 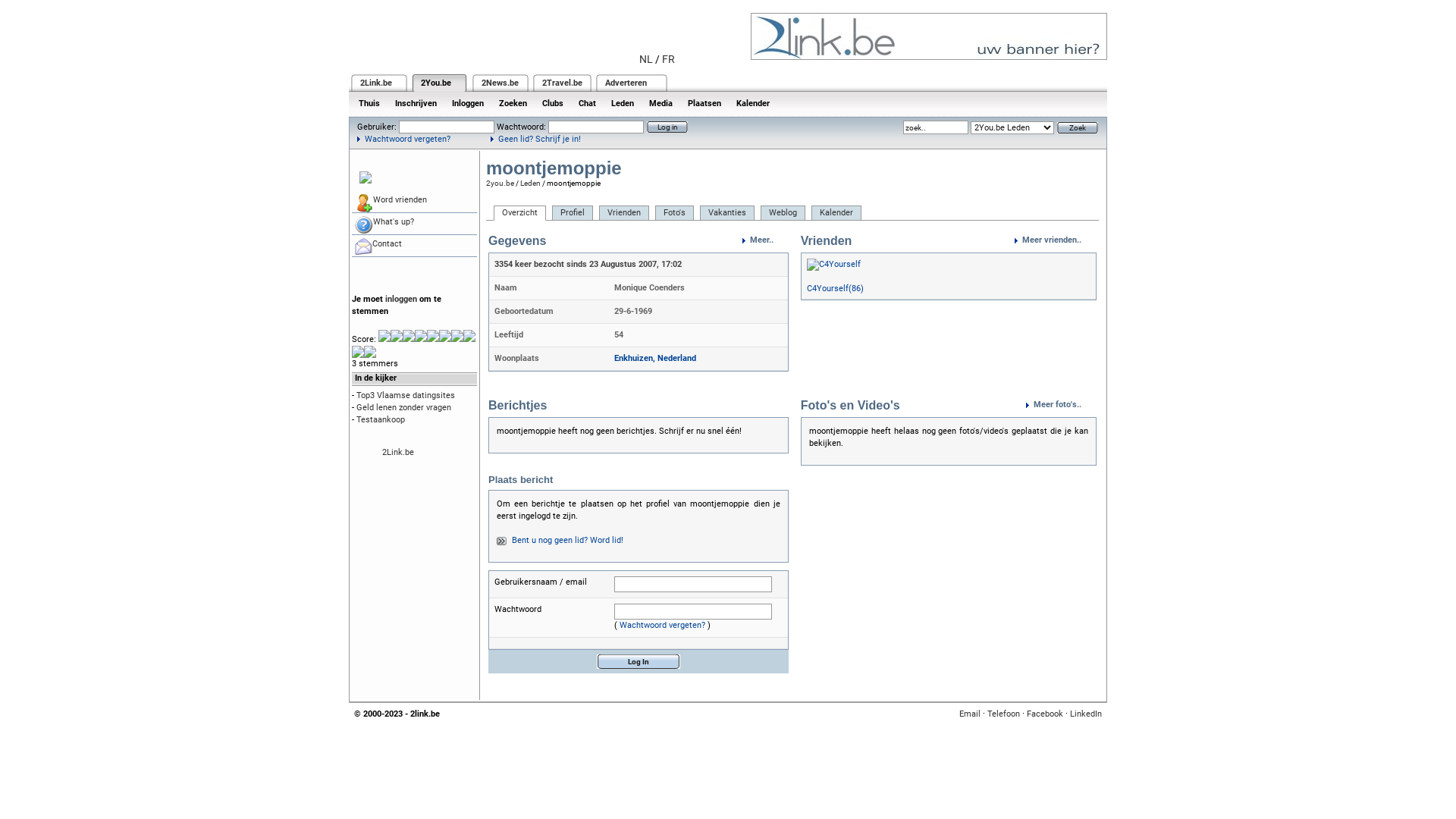 What do you see at coordinates (500, 83) in the screenshot?
I see `'2News.be'` at bounding box center [500, 83].